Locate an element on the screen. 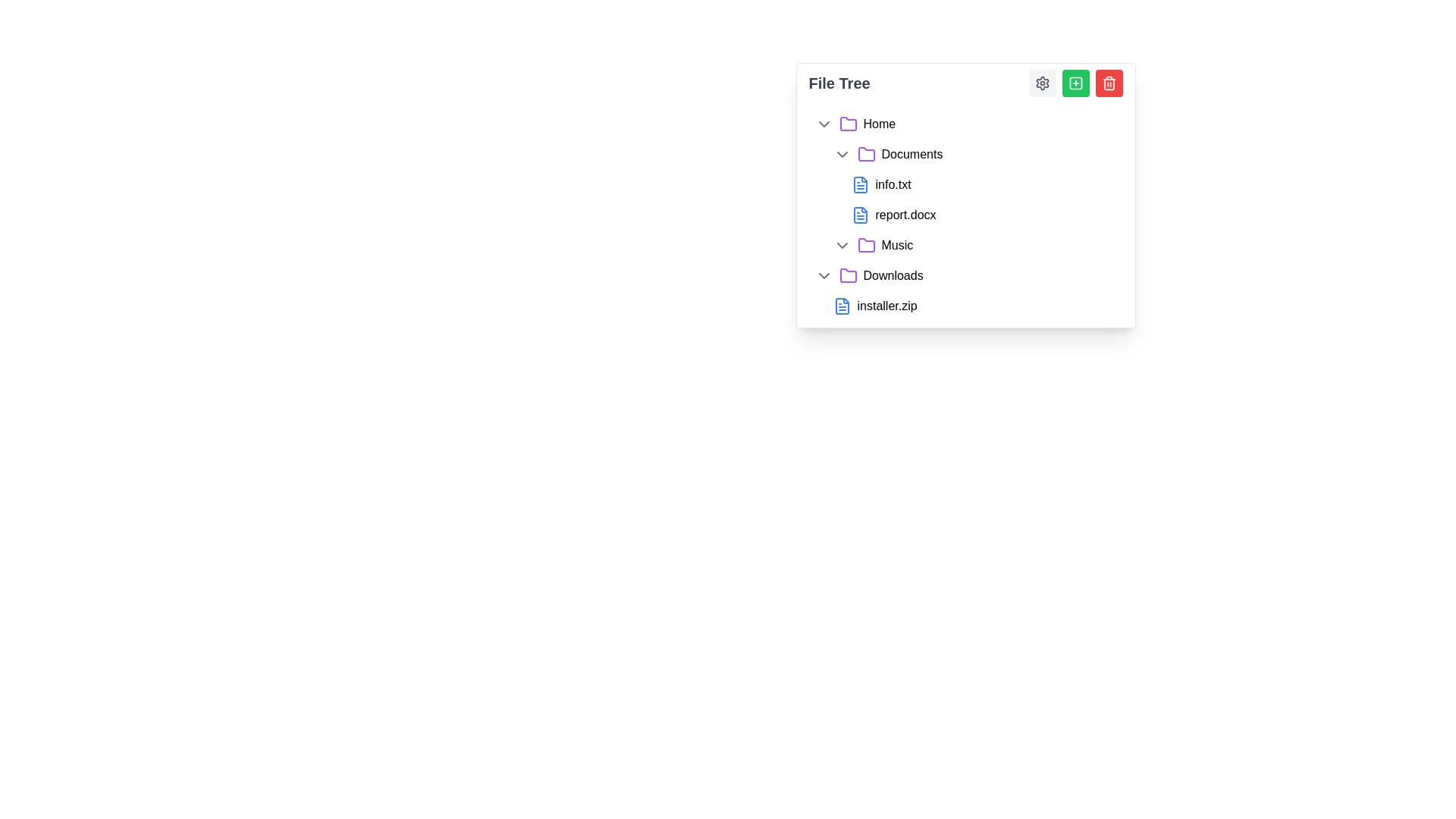 The image size is (1456, 819). the file name 'info.txt' in the file tree structure is located at coordinates (974, 184).